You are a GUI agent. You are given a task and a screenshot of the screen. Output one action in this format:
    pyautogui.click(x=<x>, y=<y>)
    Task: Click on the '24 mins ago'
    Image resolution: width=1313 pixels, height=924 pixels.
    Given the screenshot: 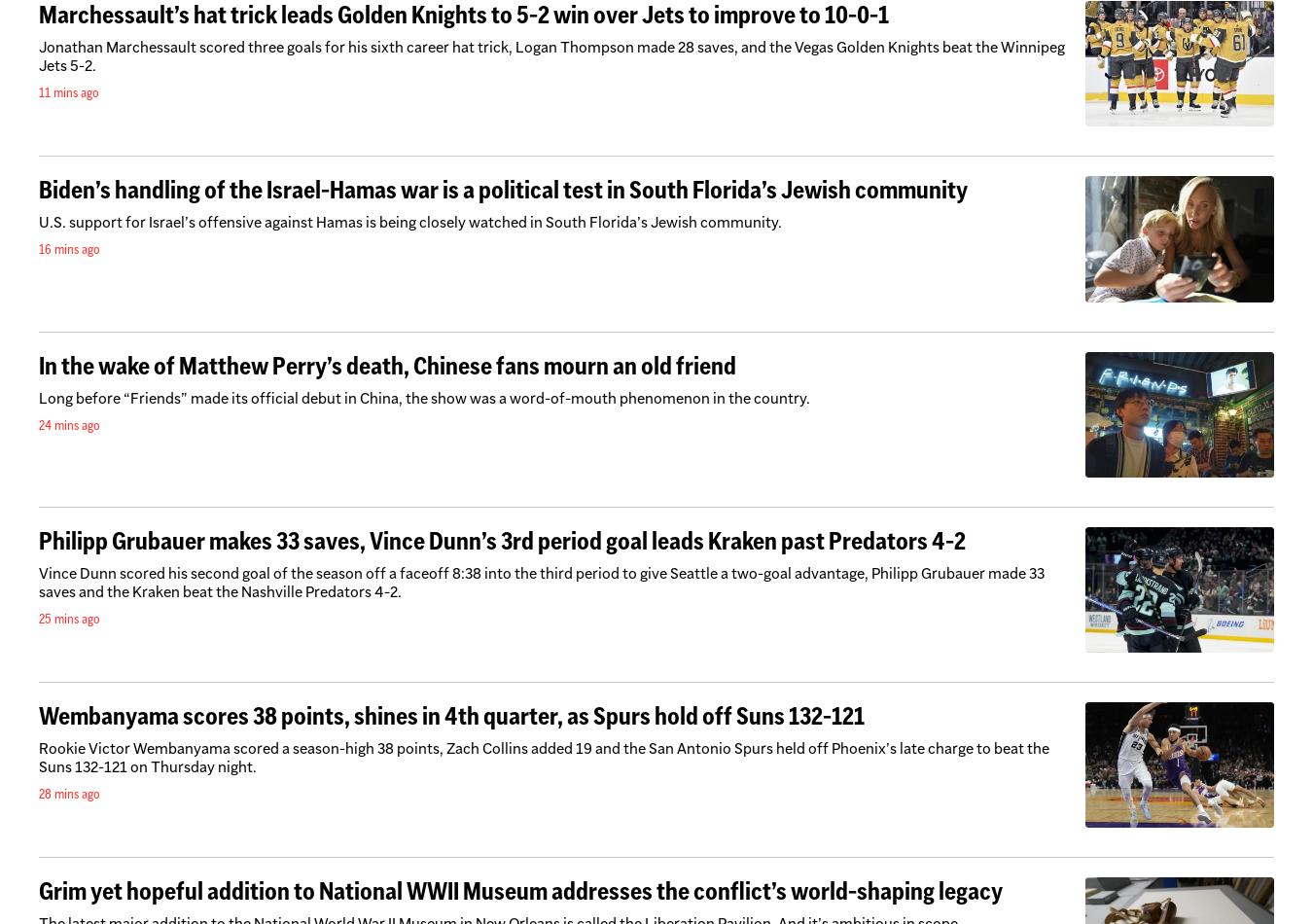 What is the action you would take?
    pyautogui.click(x=68, y=422)
    